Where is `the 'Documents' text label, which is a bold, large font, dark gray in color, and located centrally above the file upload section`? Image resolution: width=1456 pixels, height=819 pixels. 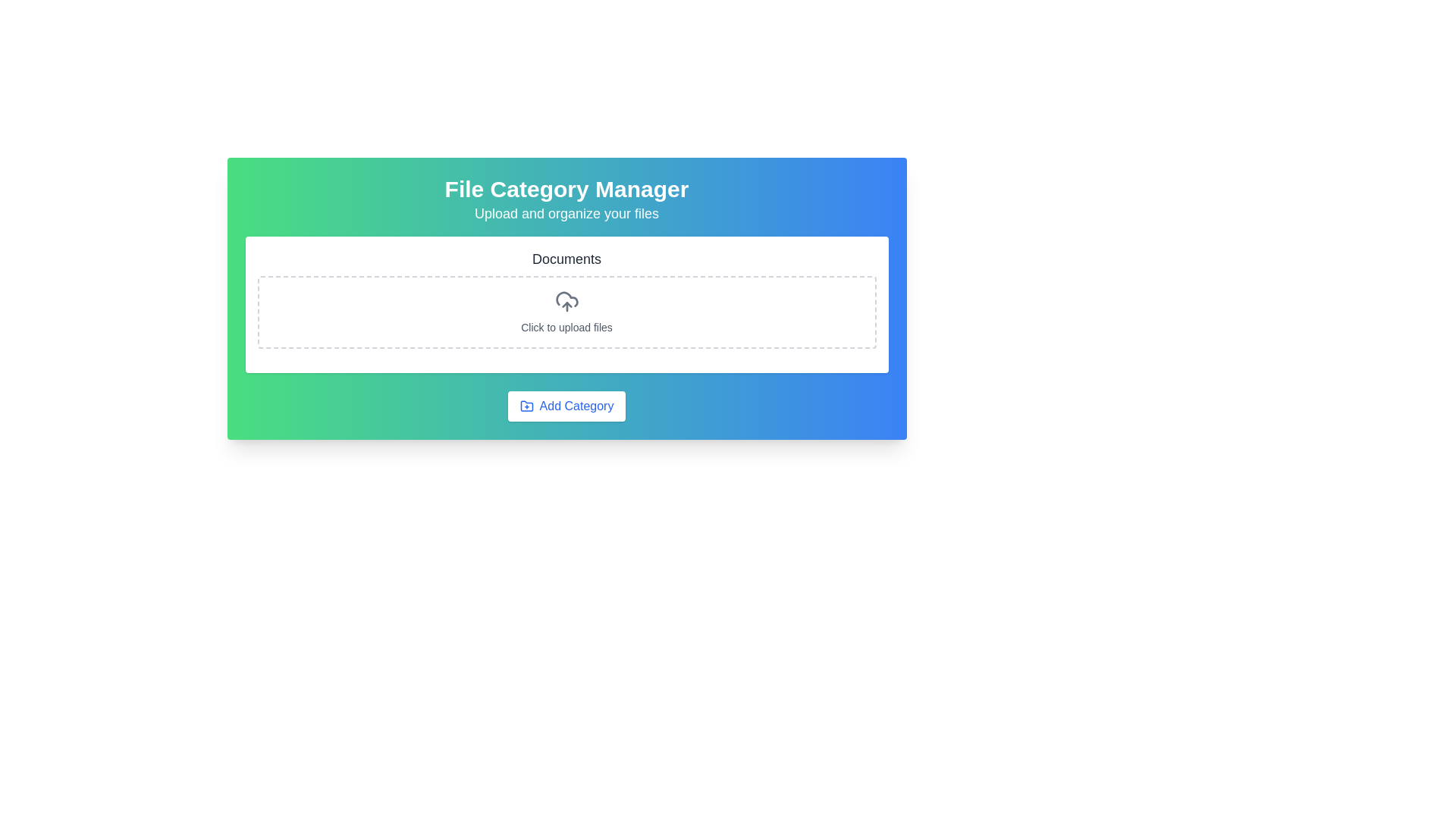
the 'Documents' text label, which is a bold, large font, dark gray in color, and located centrally above the file upload section is located at coordinates (566, 259).